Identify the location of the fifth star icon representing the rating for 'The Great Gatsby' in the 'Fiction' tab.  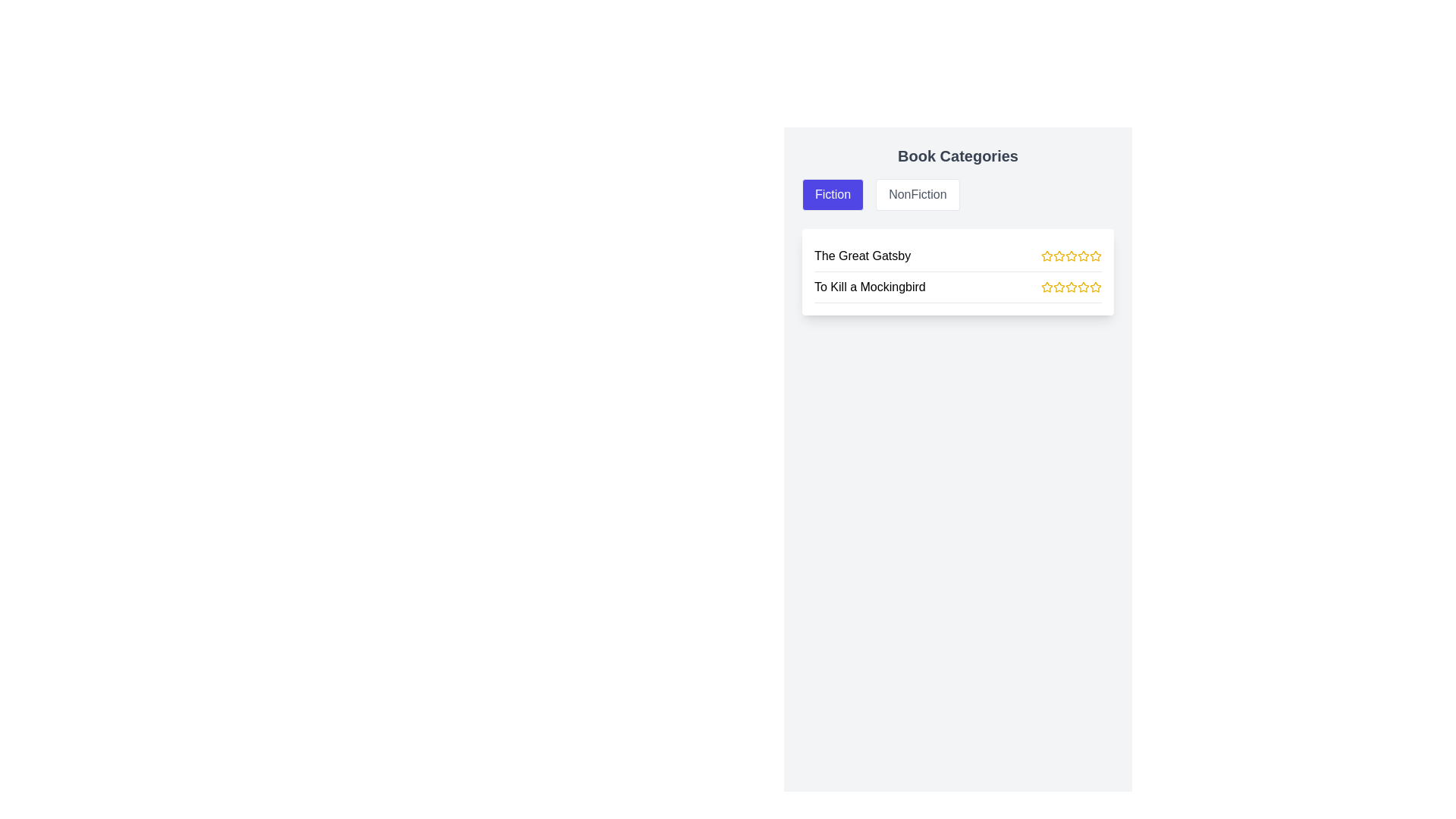
(1083, 256).